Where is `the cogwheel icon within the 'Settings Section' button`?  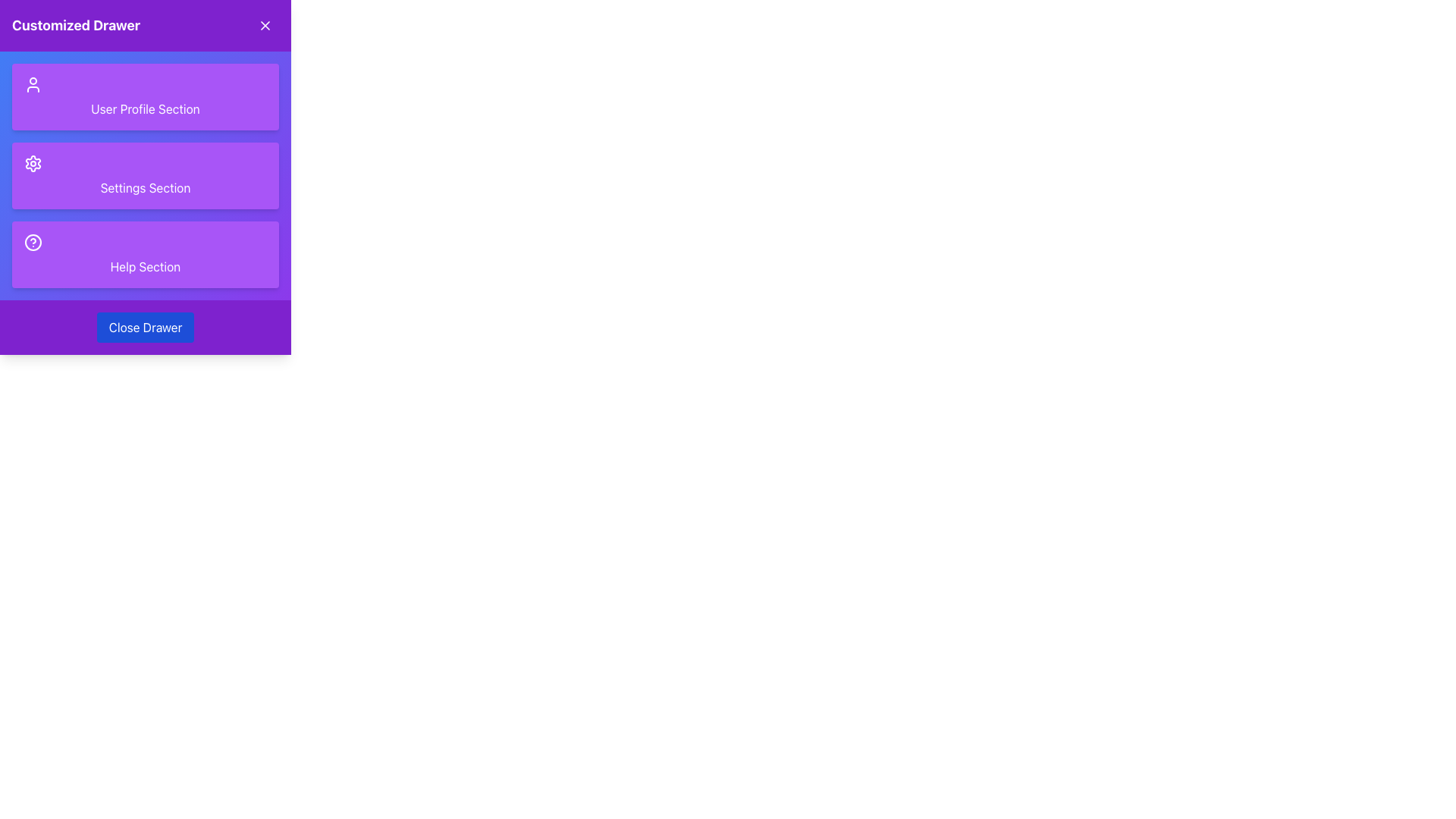
the cogwheel icon within the 'Settings Section' button is located at coordinates (33, 164).